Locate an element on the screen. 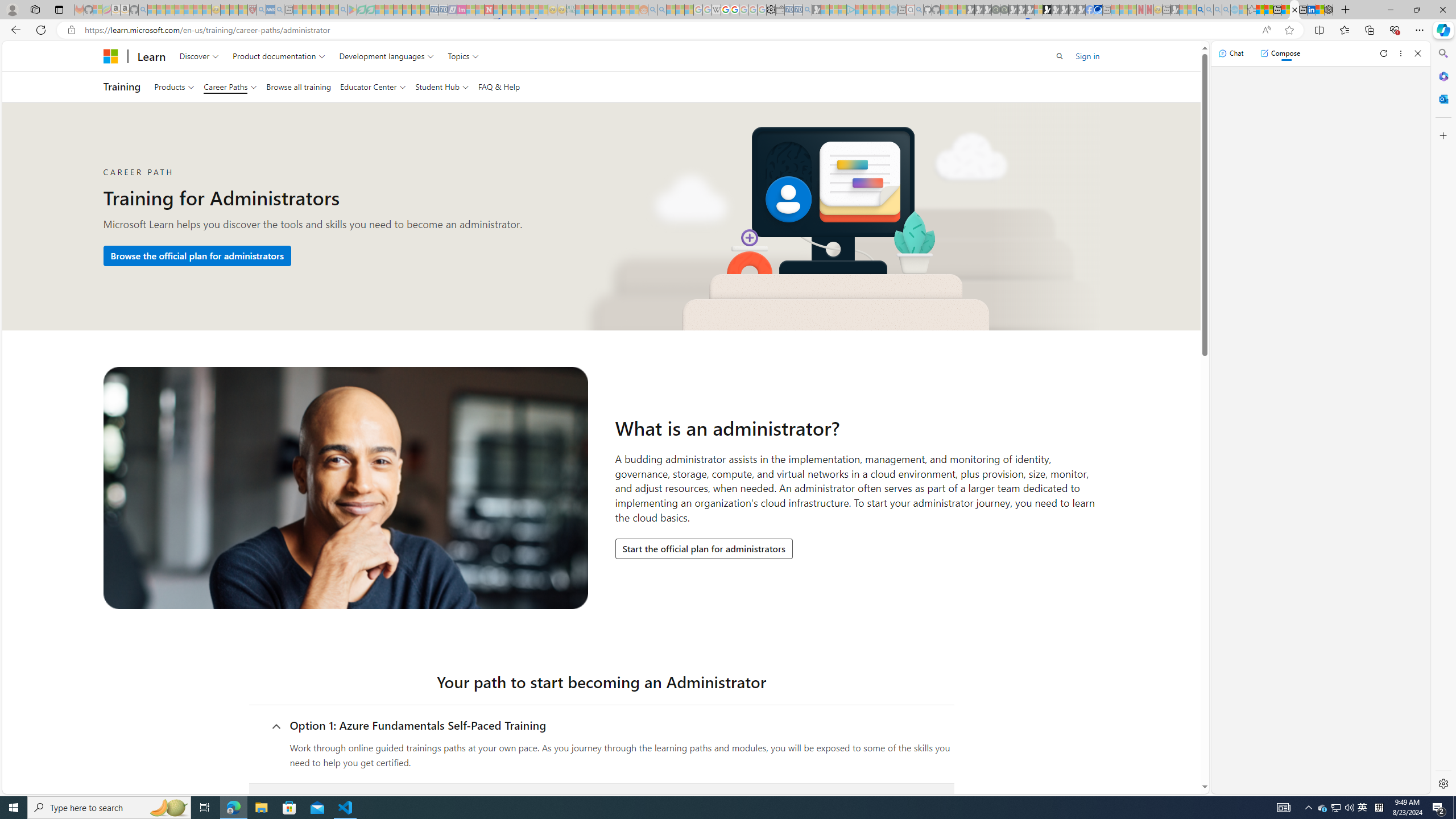 The image size is (1456, 819). 'Microsoft-Report a Concern to Bing - Sleeping' is located at coordinates (97, 9).